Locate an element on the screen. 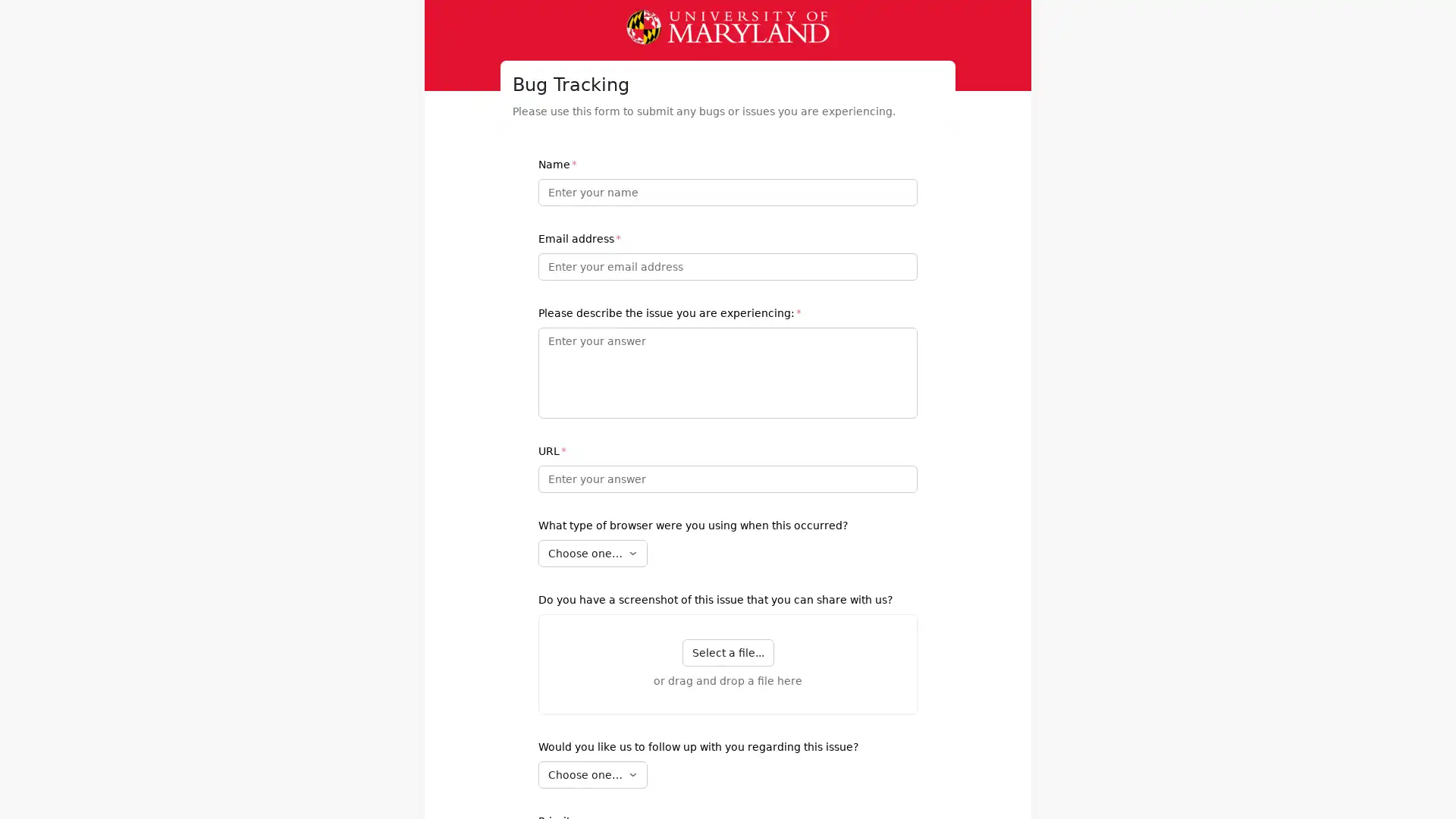 The width and height of the screenshot is (1456, 819). Choose one... is located at coordinates (592, 553).